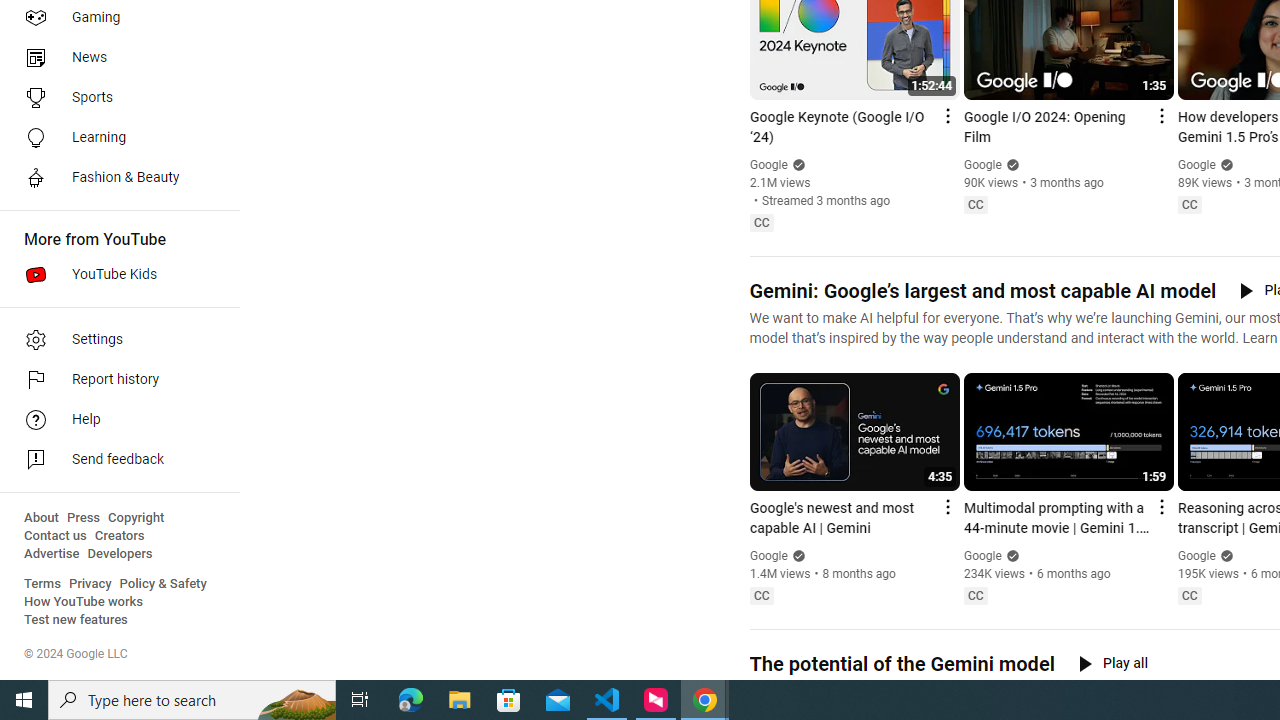 This screenshot has height=720, width=1280. Describe the element at coordinates (42, 584) in the screenshot. I see `'Terms'` at that location.